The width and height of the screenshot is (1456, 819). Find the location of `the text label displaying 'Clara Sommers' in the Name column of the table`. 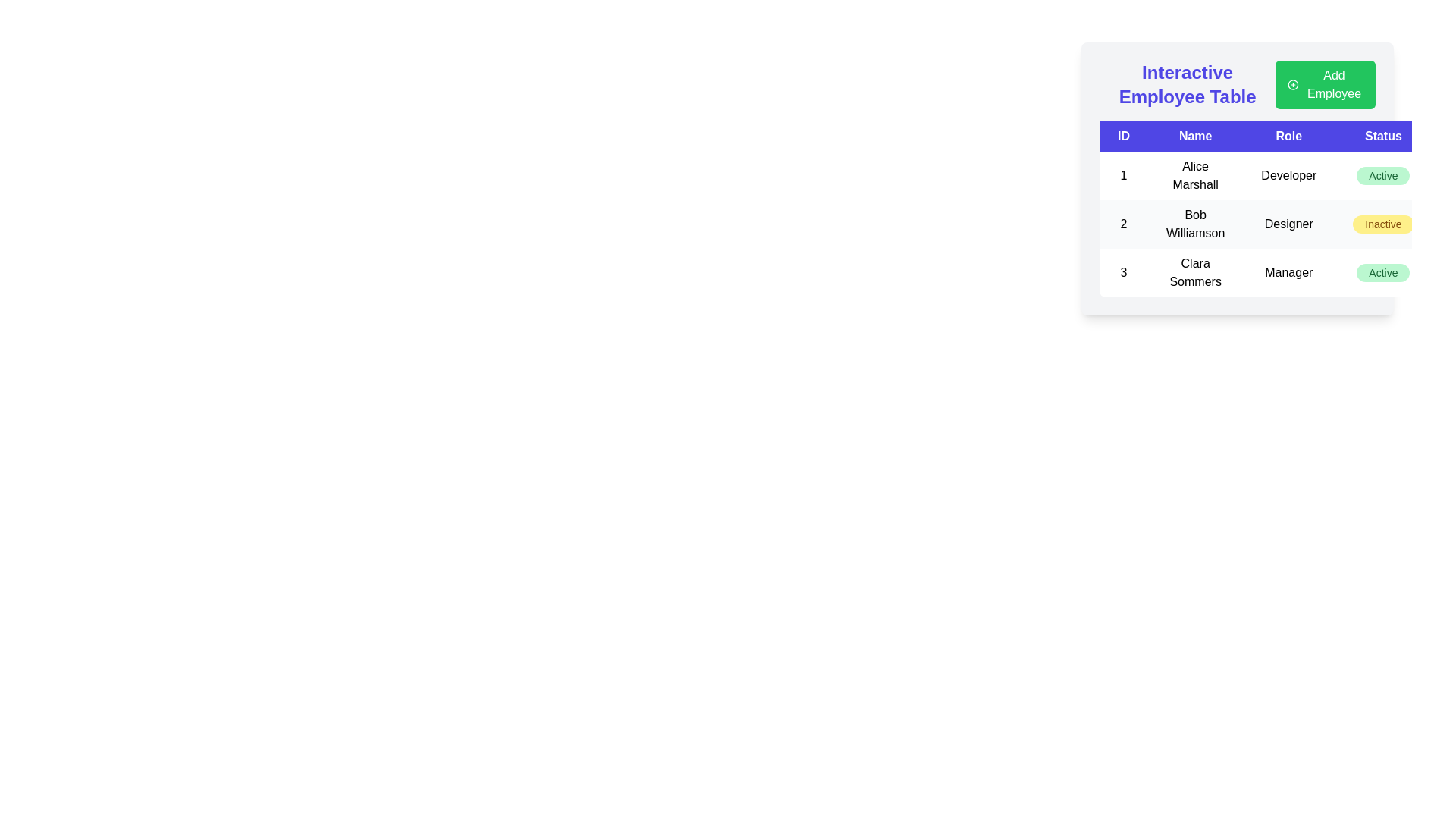

the text label displaying 'Clara Sommers' in the Name column of the table is located at coordinates (1194, 271).